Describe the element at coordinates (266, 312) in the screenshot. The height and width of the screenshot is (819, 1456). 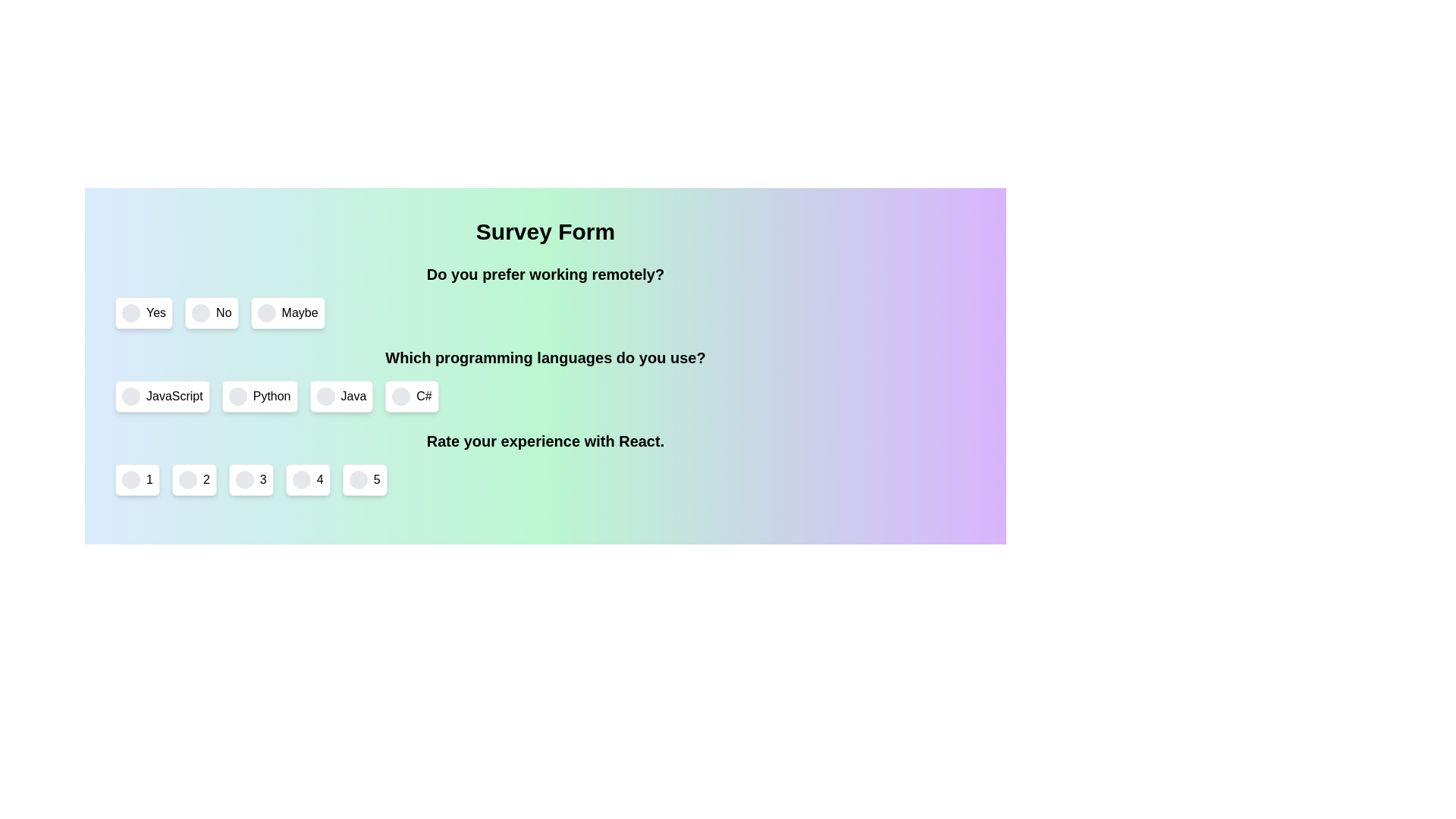
I see `the 'Maybe' radio button which allows users to select this option in the survey` at that location.